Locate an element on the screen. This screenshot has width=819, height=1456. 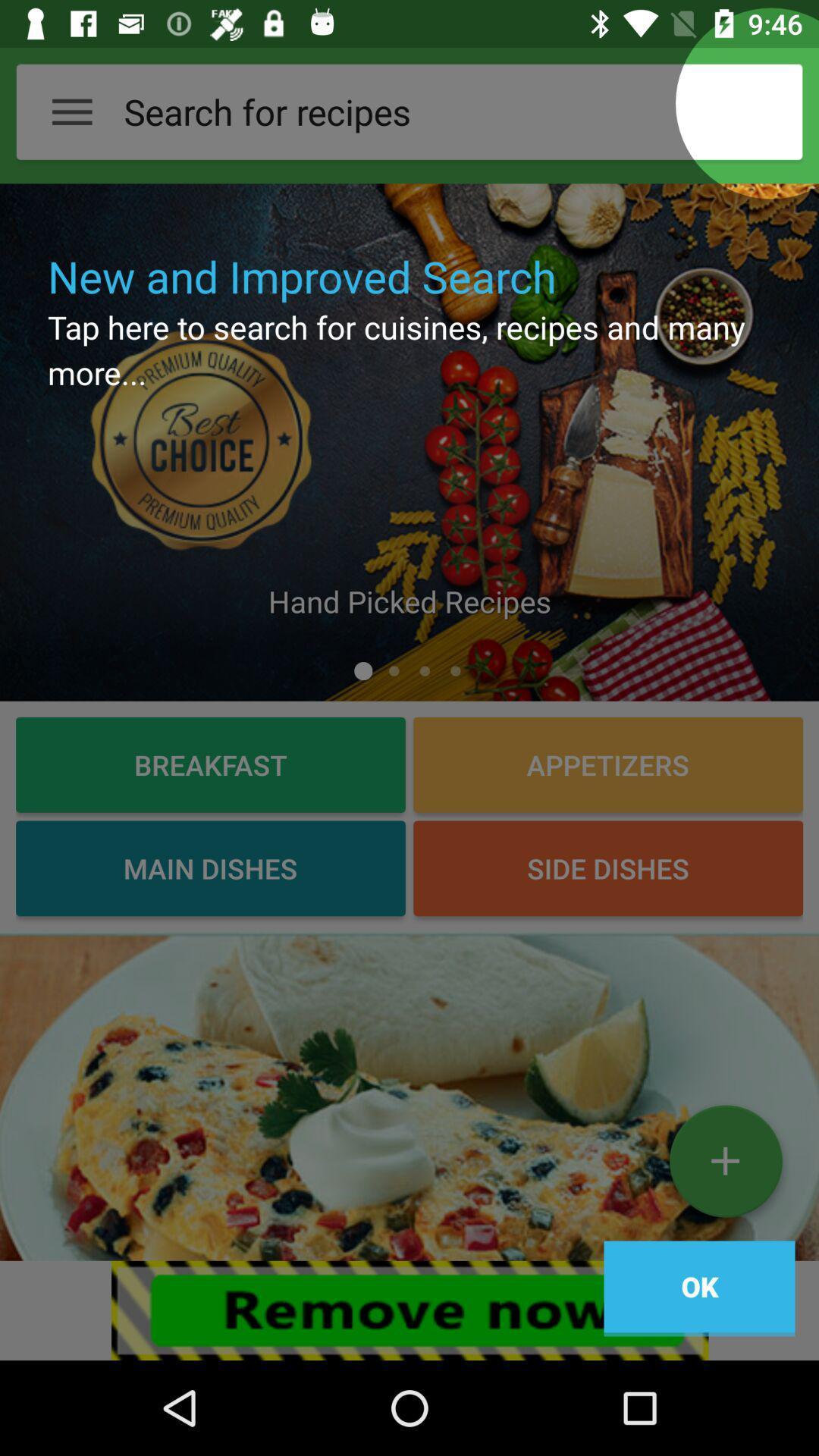
the add icon is located at coordinates (724, 1166).